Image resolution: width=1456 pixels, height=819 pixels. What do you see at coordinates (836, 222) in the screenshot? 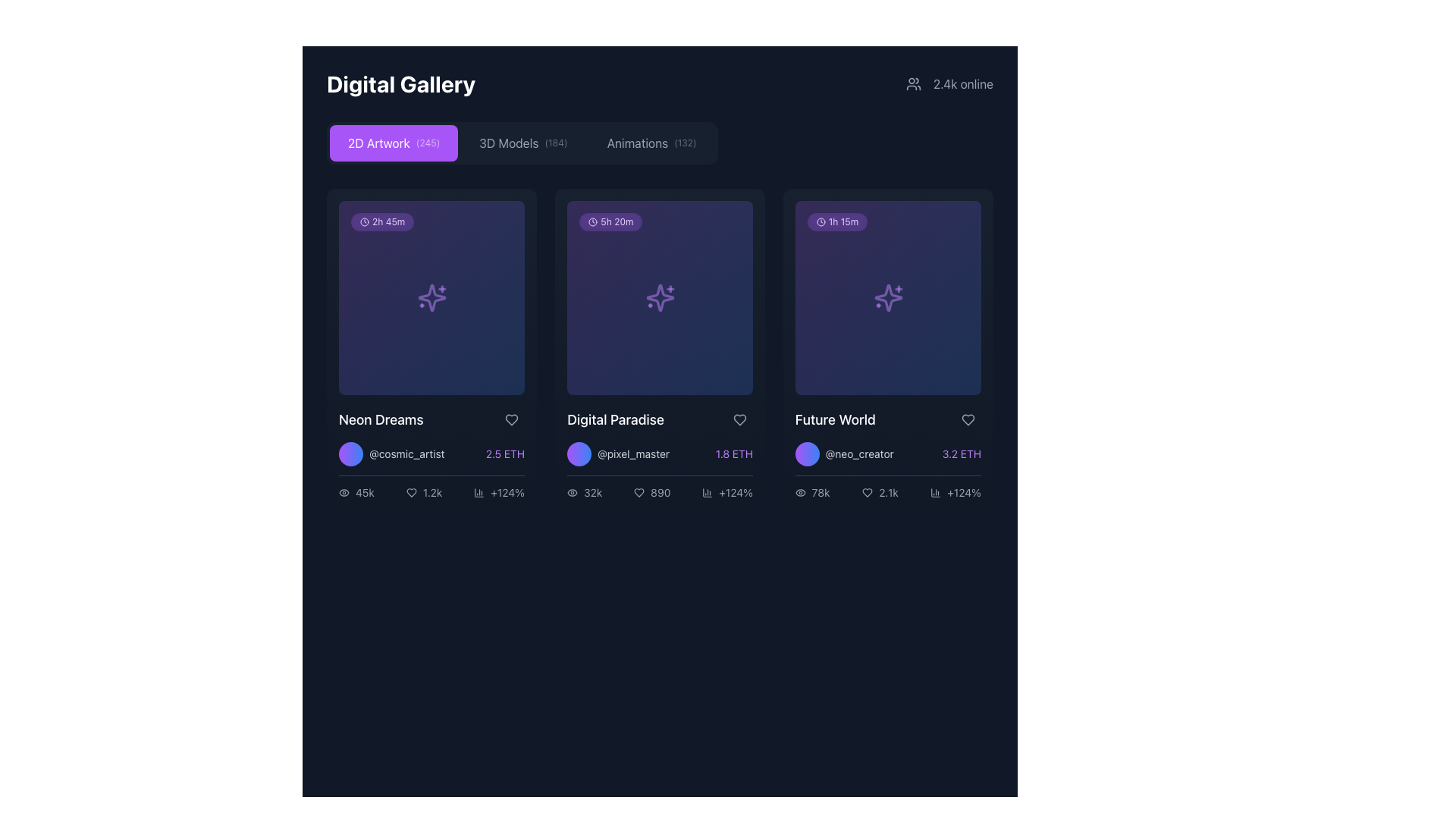
I see `time information displayed on the badge located in the upper-left corner of the 'Future World' card, which is the rightmost card among three featured cards` at bounding box center [836, 222].